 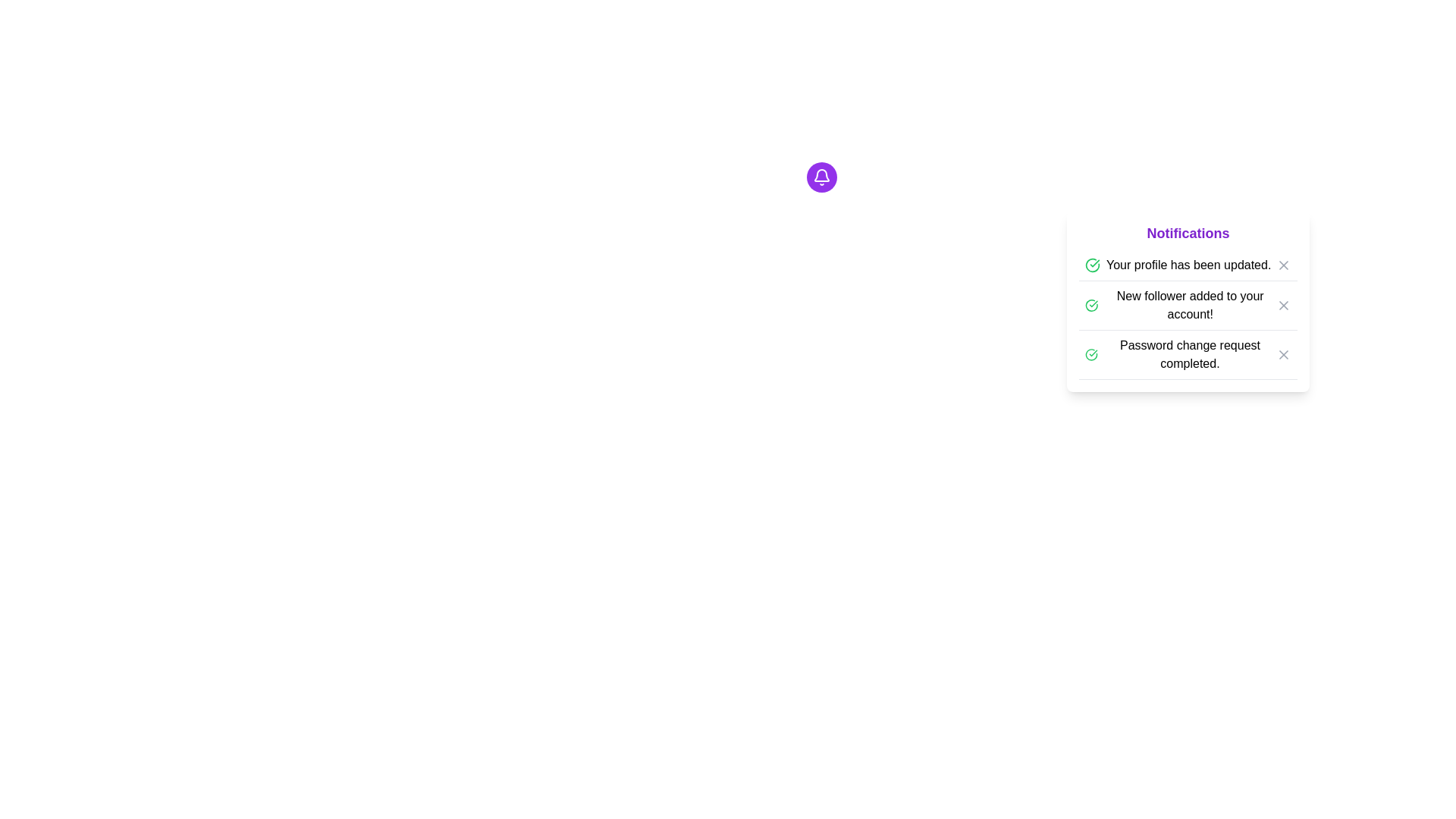 What do you see at coordinates (1187, 355) in the screenshot?
I see `notification message indicating the successful completion of the password change request, which is the third item in the list of notifications` at bounding box center [1187, 355].